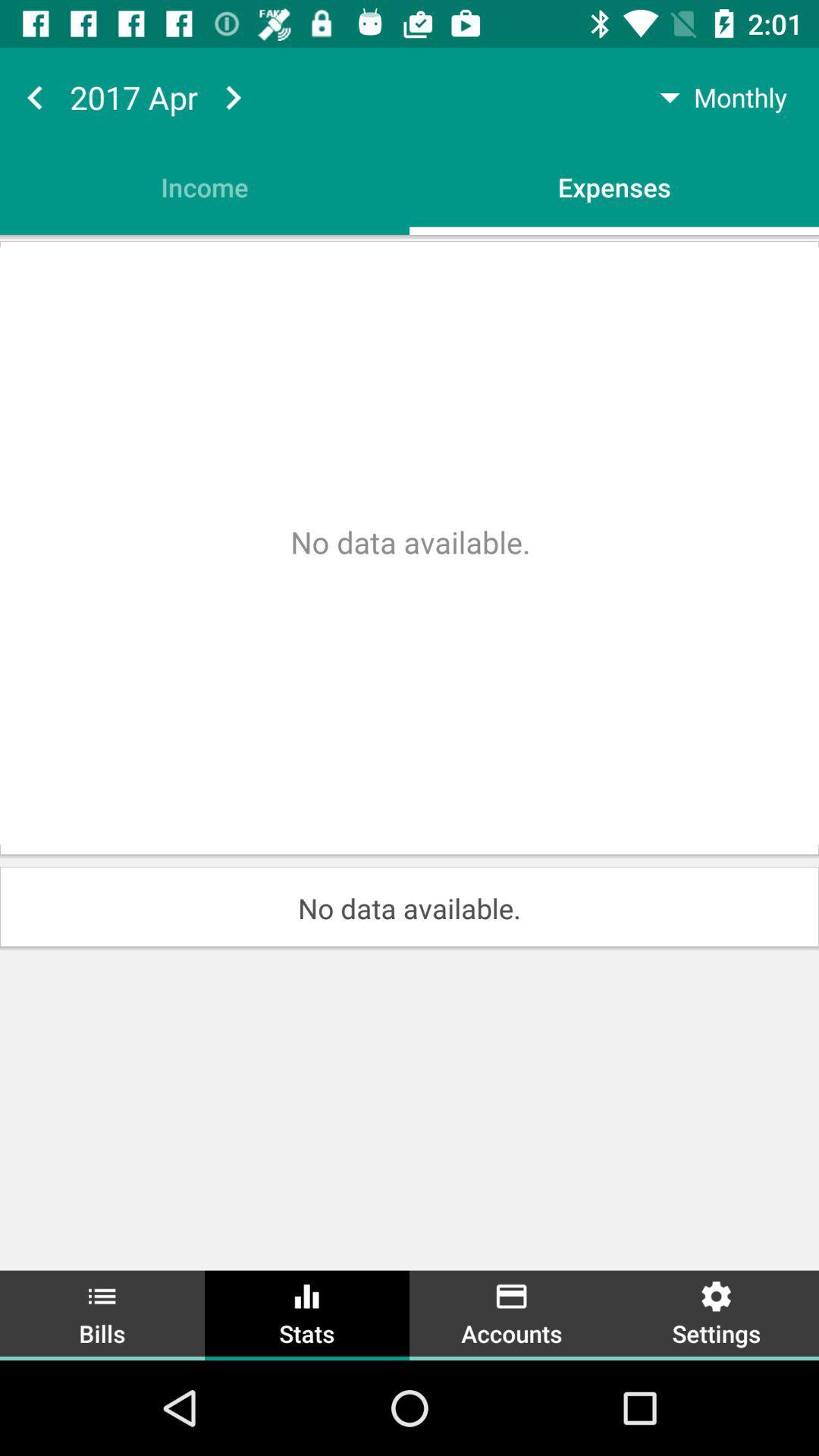  I want to click on the arrow_backward icon, so click(34, 96).